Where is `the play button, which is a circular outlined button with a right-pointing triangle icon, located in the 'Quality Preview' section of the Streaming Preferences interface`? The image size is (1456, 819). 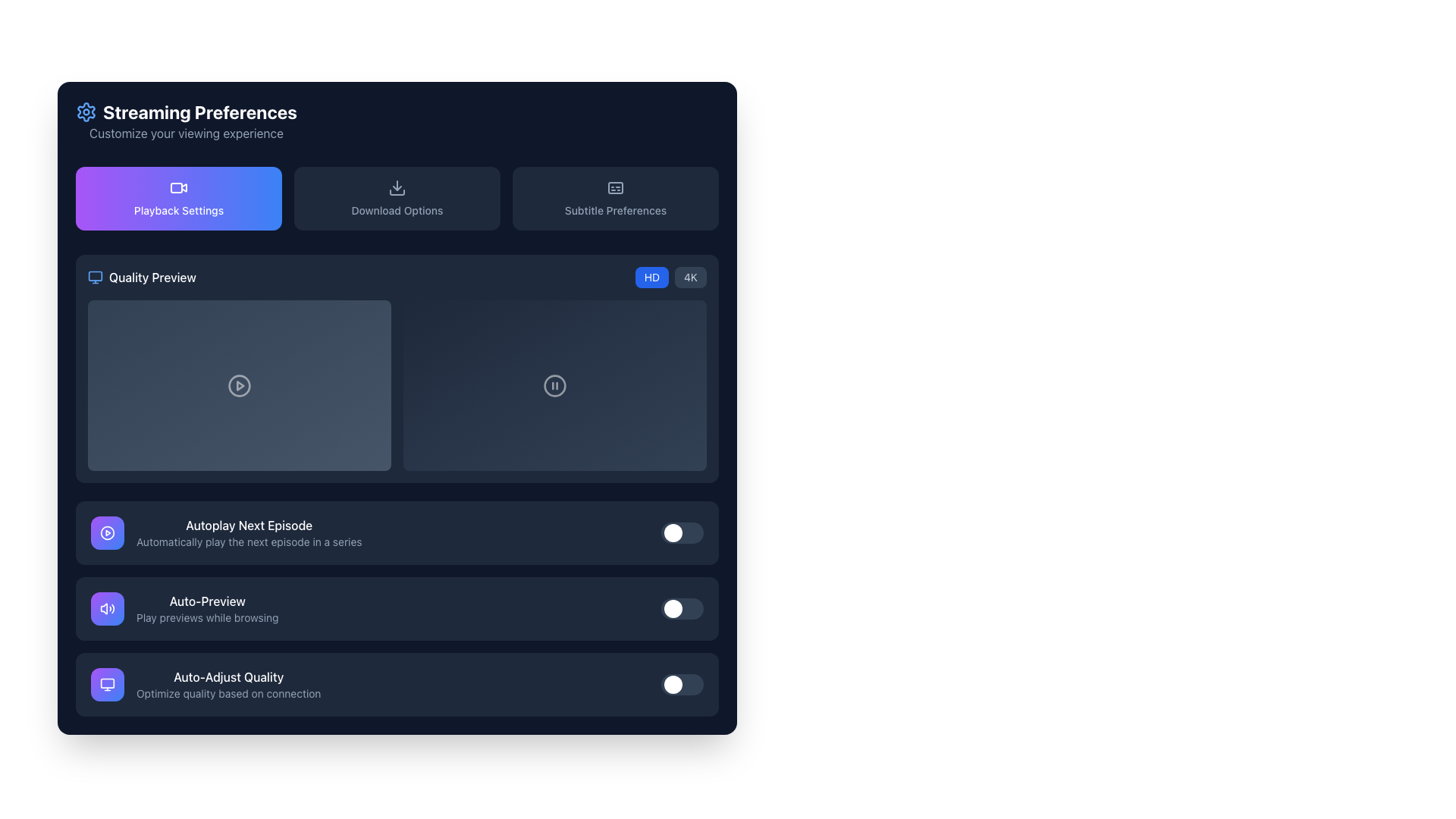 the play button, which is a circular outlined button with a right-pointing triangle icon, located in the 'Quality Preview' section of the Streaming Preferences interface is located at coordinates (239, 384).